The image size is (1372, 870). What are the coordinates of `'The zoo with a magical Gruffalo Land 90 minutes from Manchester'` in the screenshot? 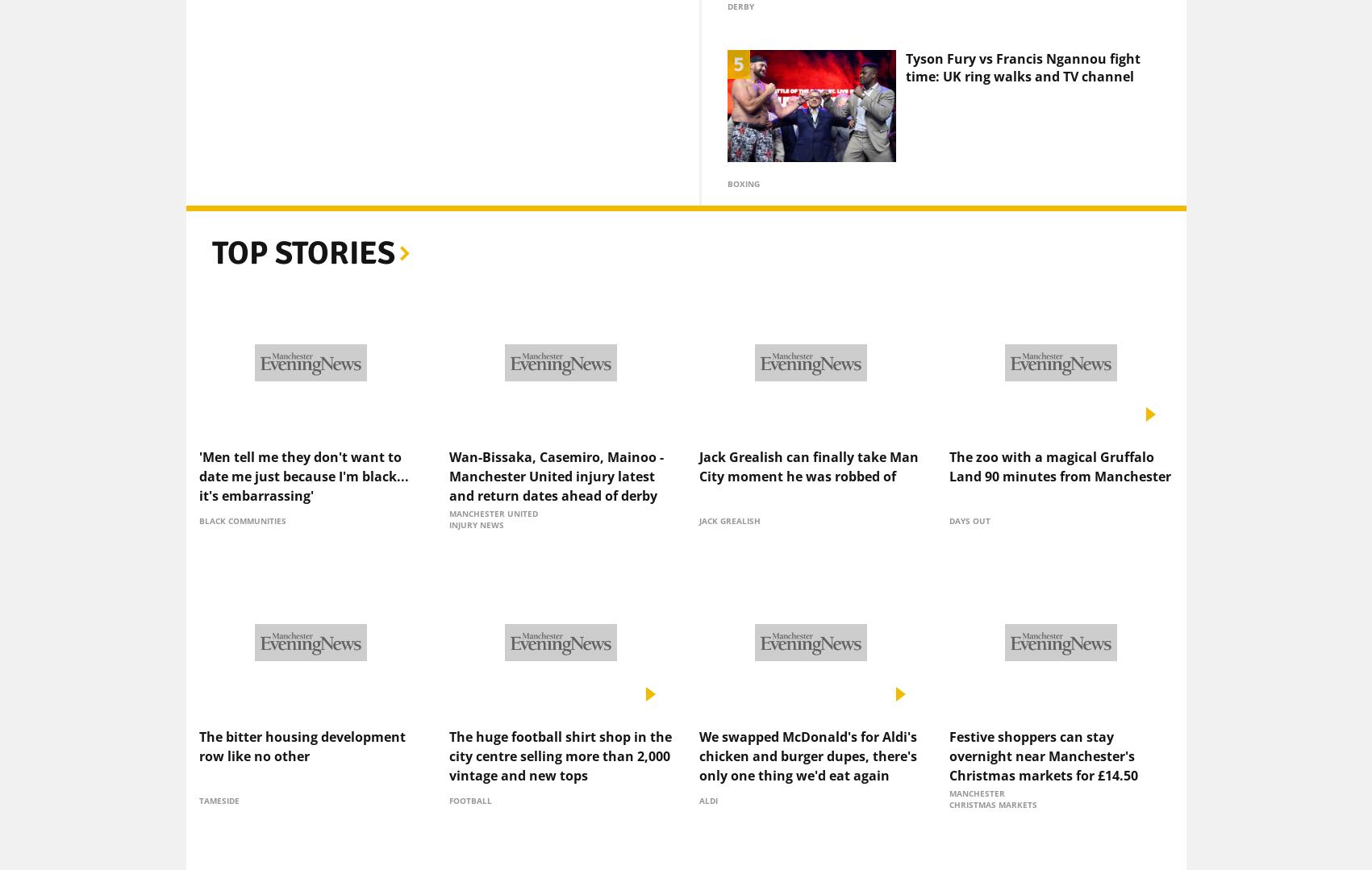 It's located at (1059, 439).